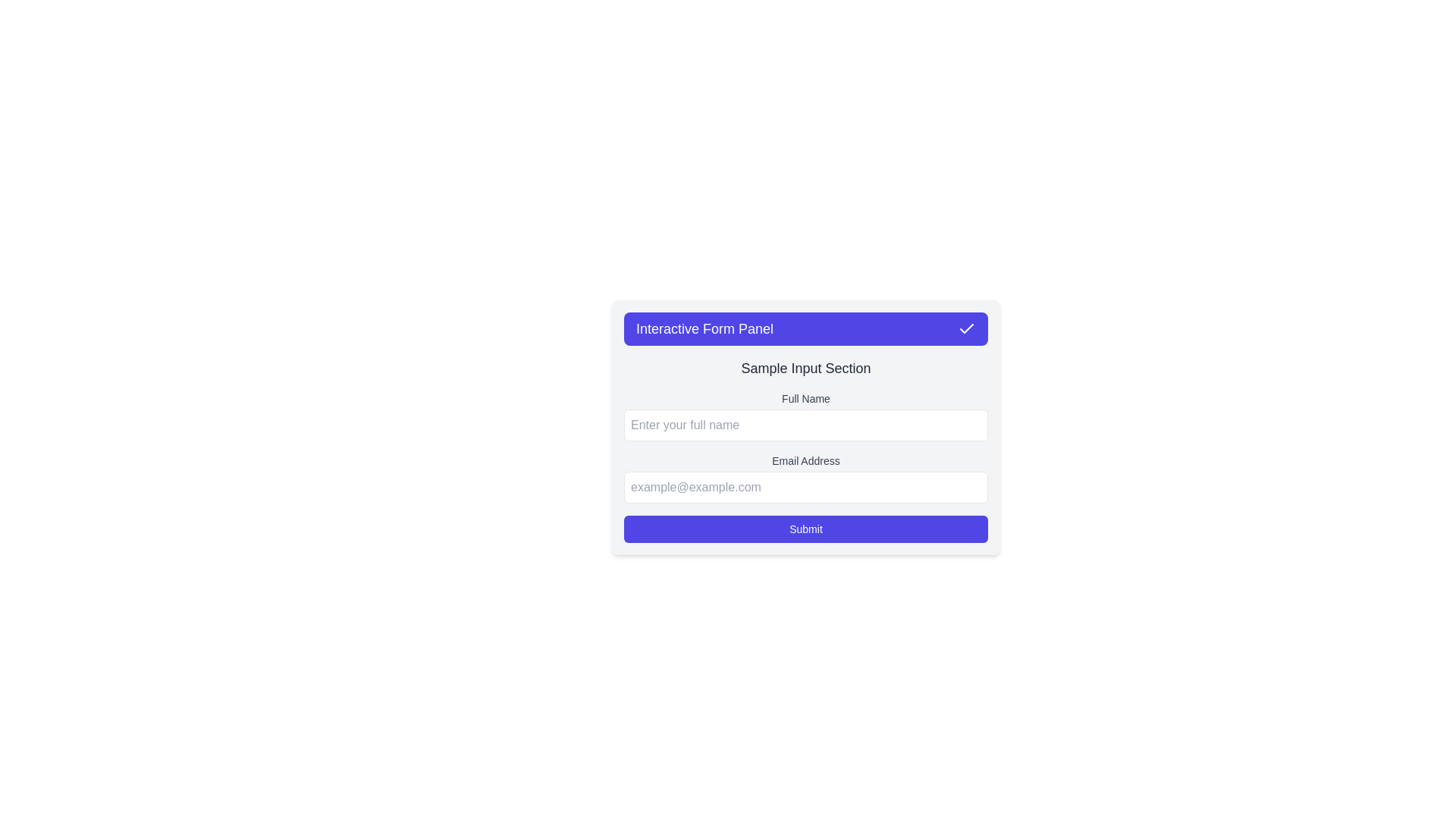 The height and width of the screenshot is (819, 1456). What do you see at coordinates (704, 328) in the screenshot?
I see `text from the leftmost text label displaying 'Interactive Form Panel' with a bold, white font on a purple background, located in the upper portion of the form interface` at bounding box center [704, 328].